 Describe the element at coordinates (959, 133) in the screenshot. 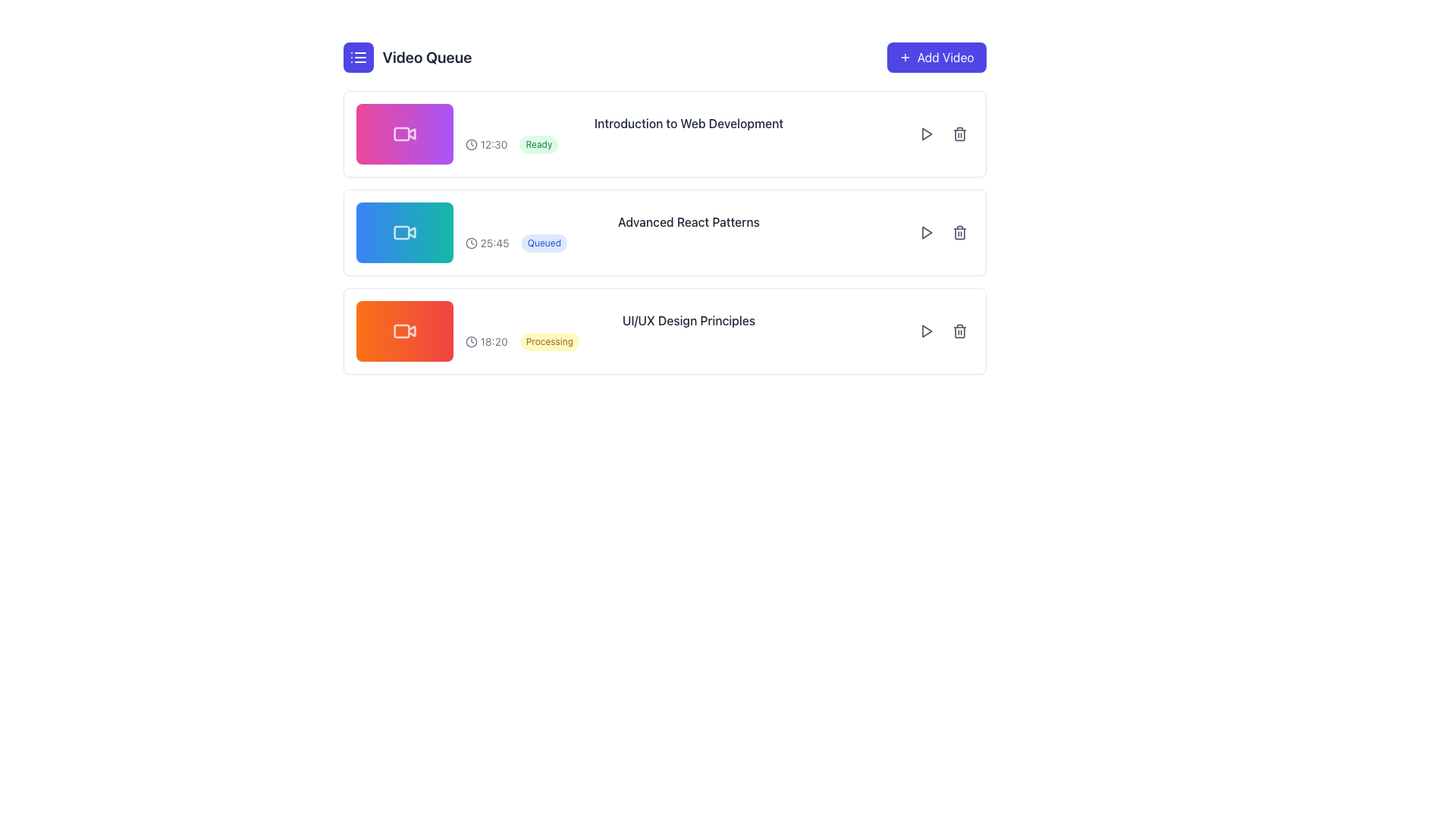

I see `the trash can icon button located at the top-right corner of the topmost video listing in the queue` at that location.